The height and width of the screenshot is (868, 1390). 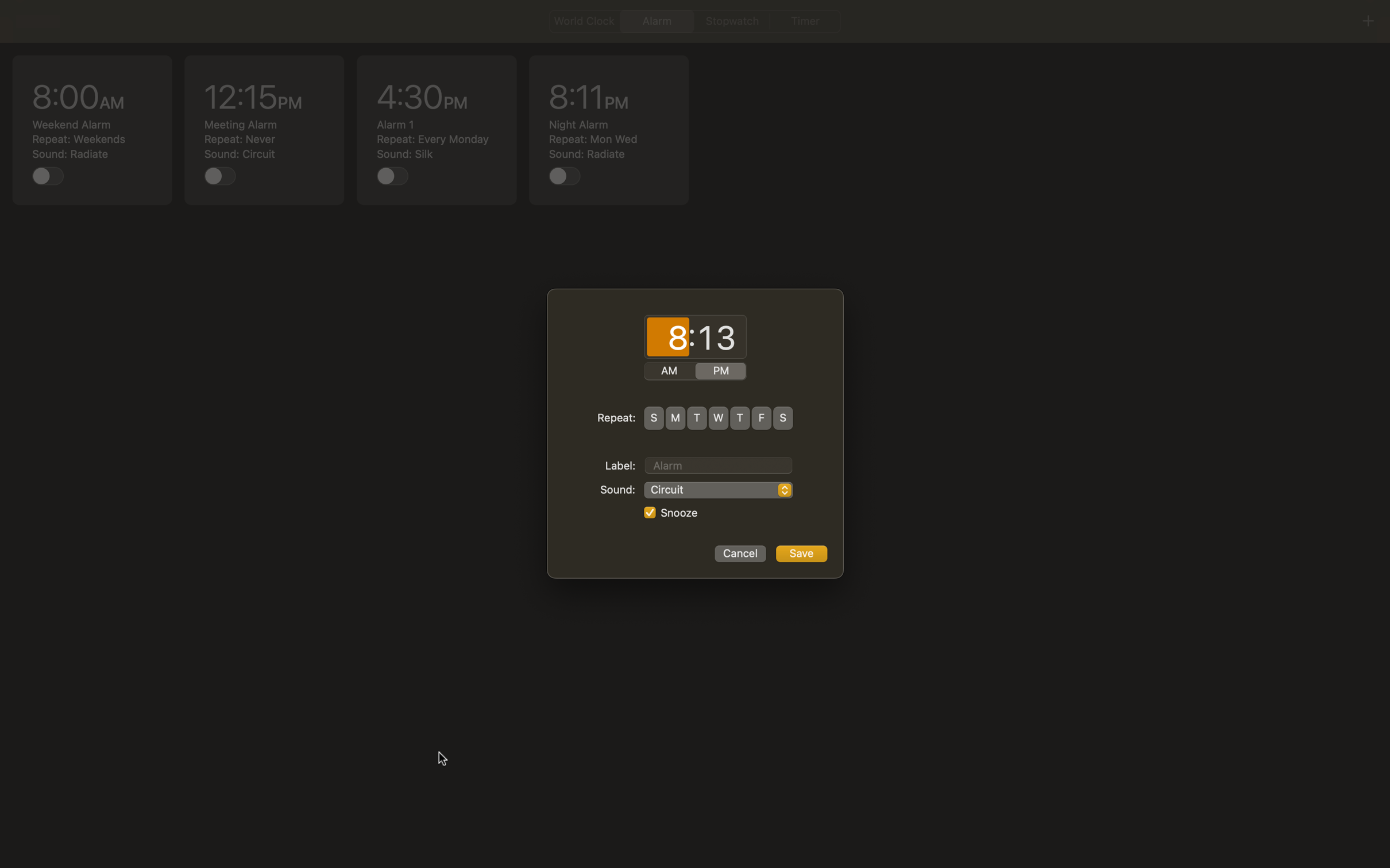 I want to click on the alarm to ring on all working days, so click(x=675, y=417).